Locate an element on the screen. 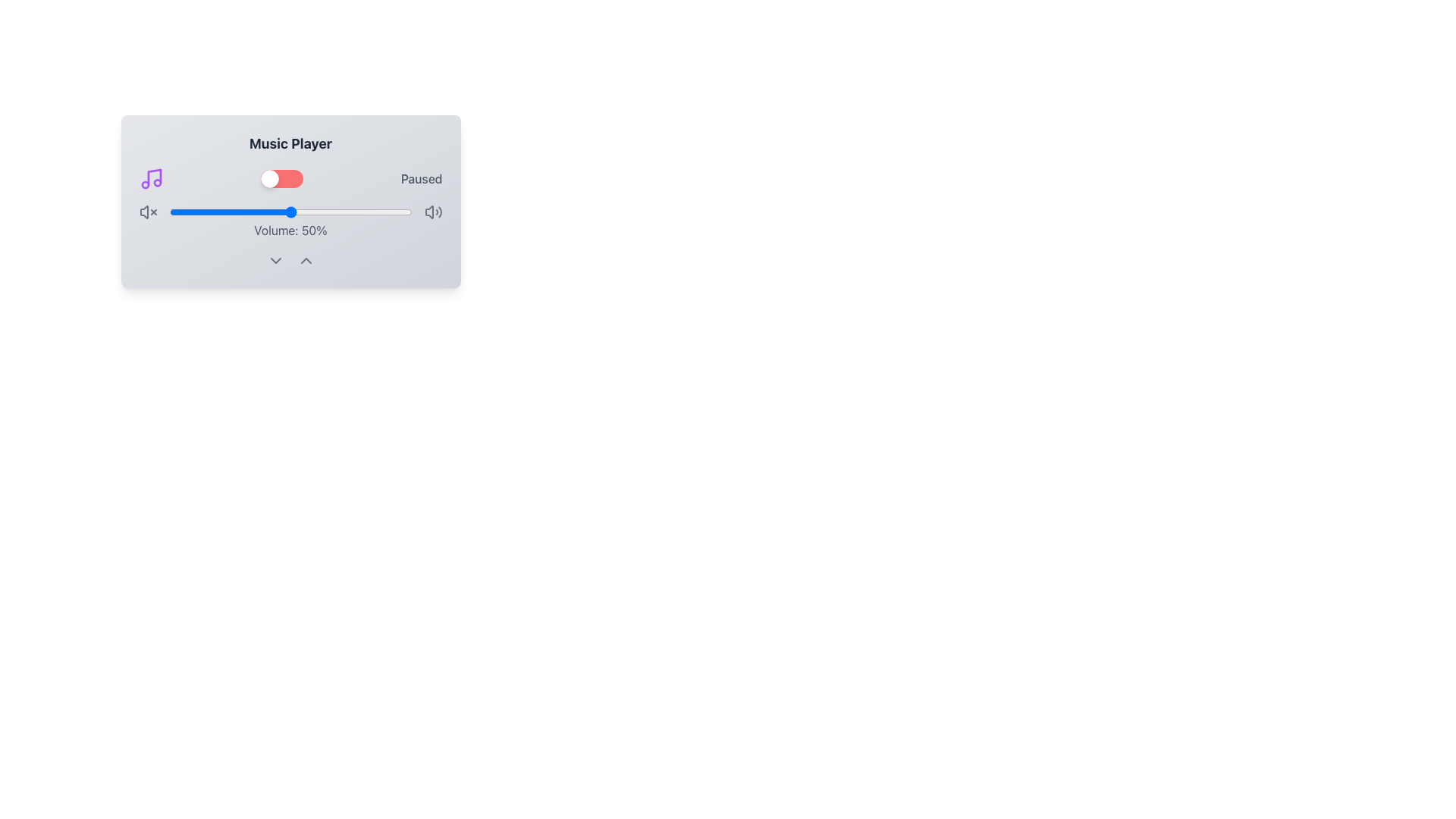 The height and width of the screenshot is (819, 1456). the volume is located at coordinates (400, 212).